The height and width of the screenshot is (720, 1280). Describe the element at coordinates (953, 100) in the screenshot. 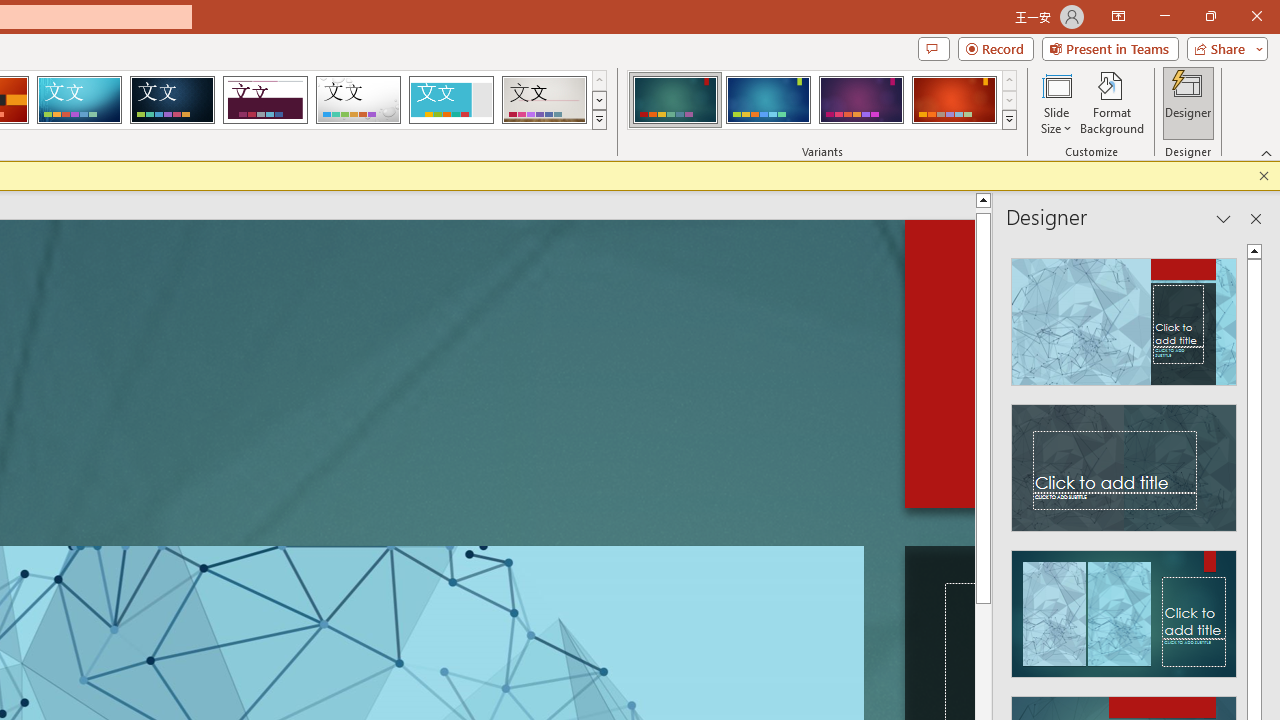

I see `'Ion Variant 4'` at that location.